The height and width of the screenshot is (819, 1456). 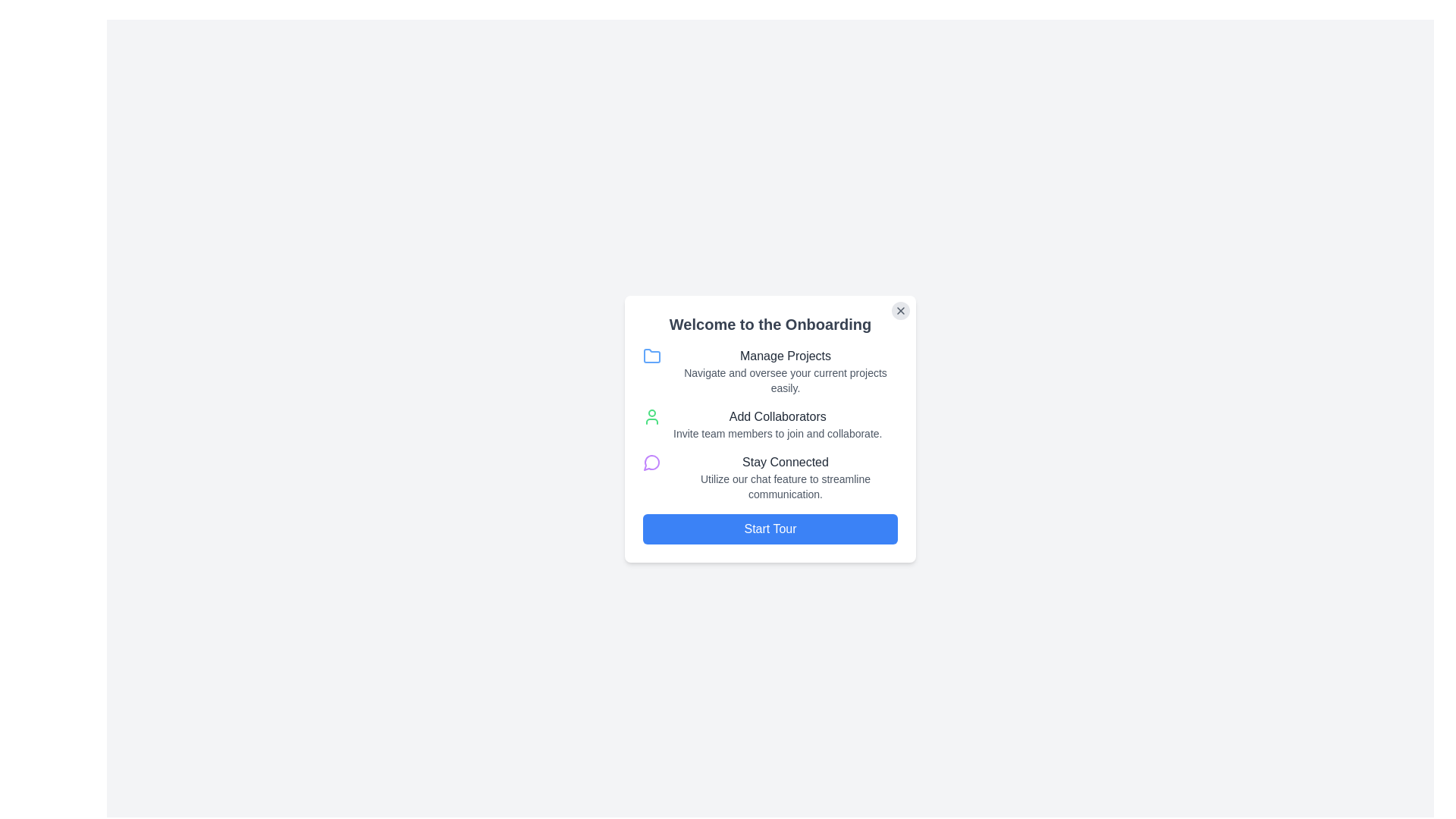 What do you see at coordinates (786, 371) in the screenshot?
I see `the Informational Header and Description element, which is centrally positioned within a card-like modal box, located above 'Add Collaborators' and below the title 'Welcome to the Onboarding'` at bounding box center [786, 371].